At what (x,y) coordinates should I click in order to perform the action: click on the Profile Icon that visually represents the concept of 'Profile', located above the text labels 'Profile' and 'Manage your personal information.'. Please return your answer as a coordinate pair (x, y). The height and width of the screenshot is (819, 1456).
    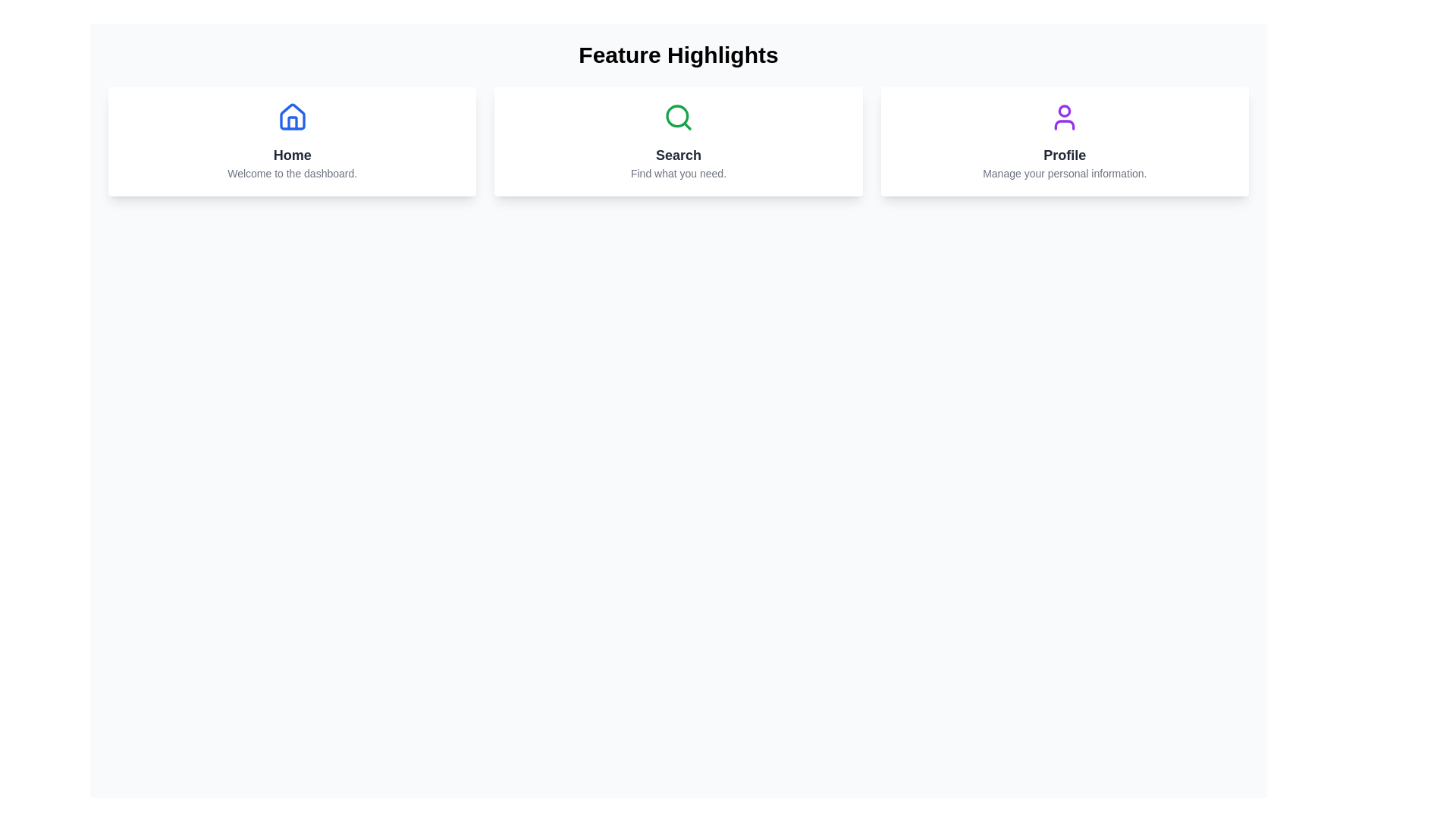
    Looking at the image, I should click on (1064, 116).